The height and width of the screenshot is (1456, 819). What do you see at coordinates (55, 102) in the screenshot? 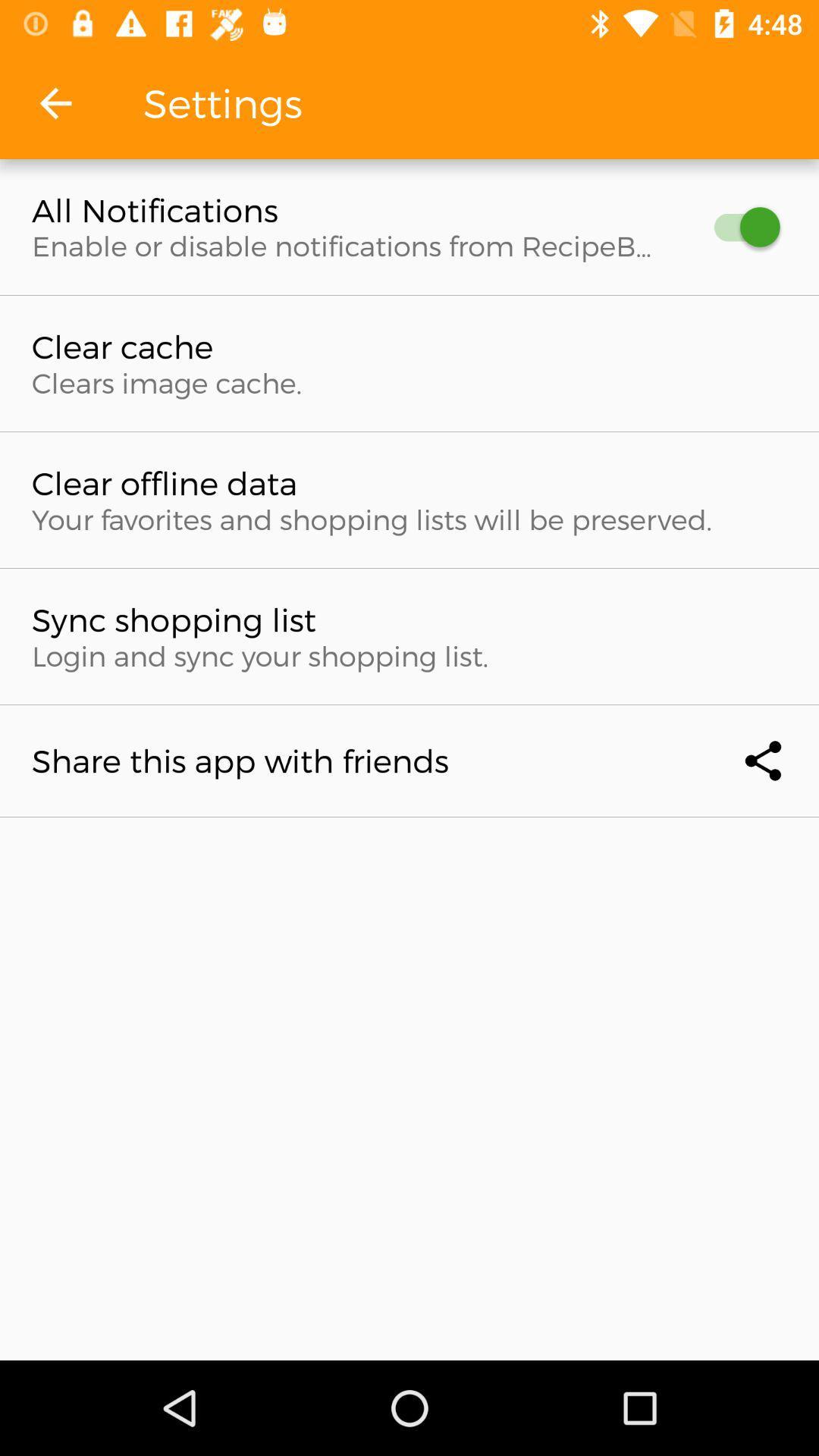
I see `the app to the left of settings item` at bounding box center [55, 102].